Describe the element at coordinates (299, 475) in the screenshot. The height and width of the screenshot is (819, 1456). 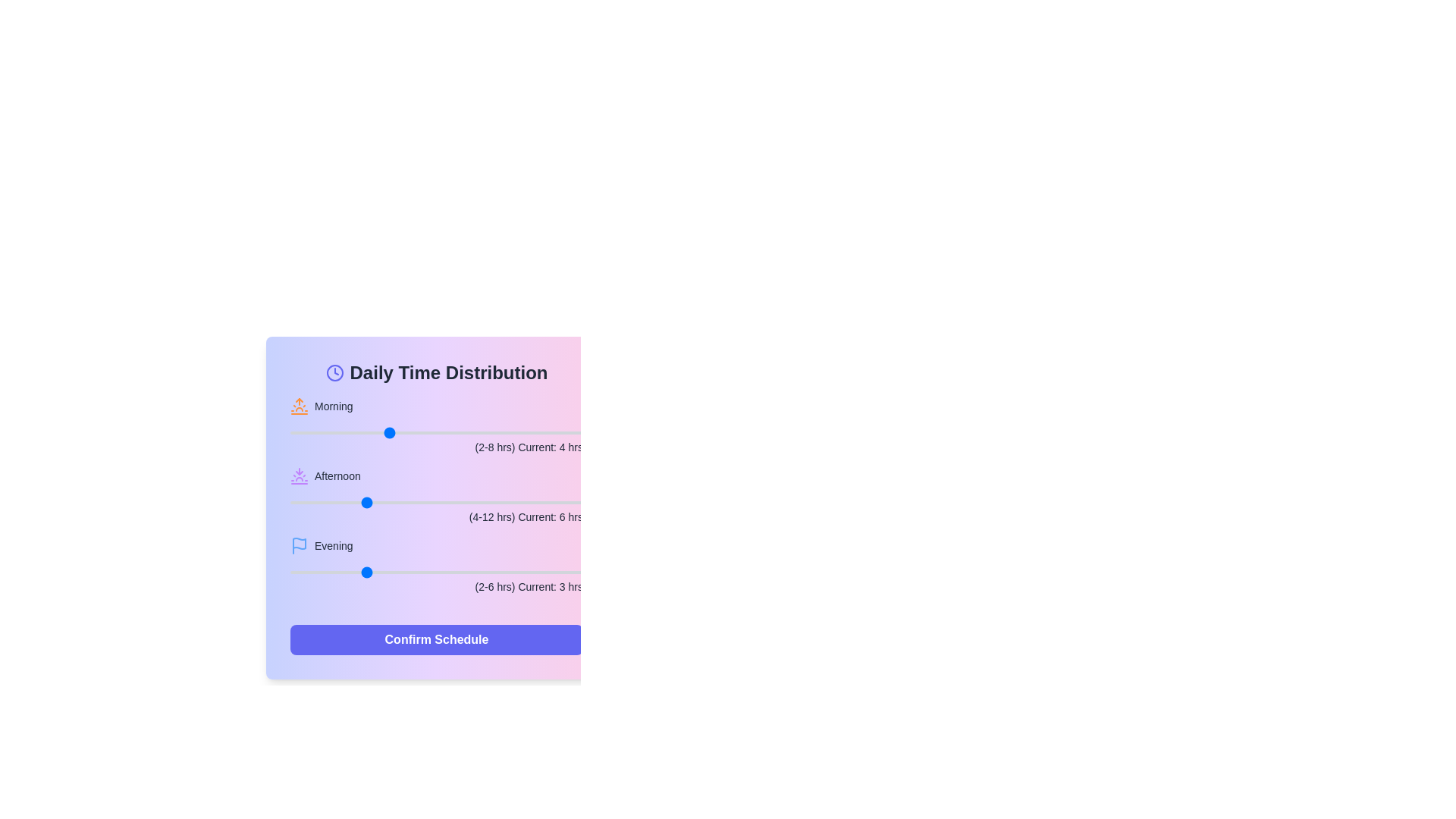
I see `the sunset icon located to the left of the 'Afternoon' text in the 'Daily Time Distribution' section` at that location.